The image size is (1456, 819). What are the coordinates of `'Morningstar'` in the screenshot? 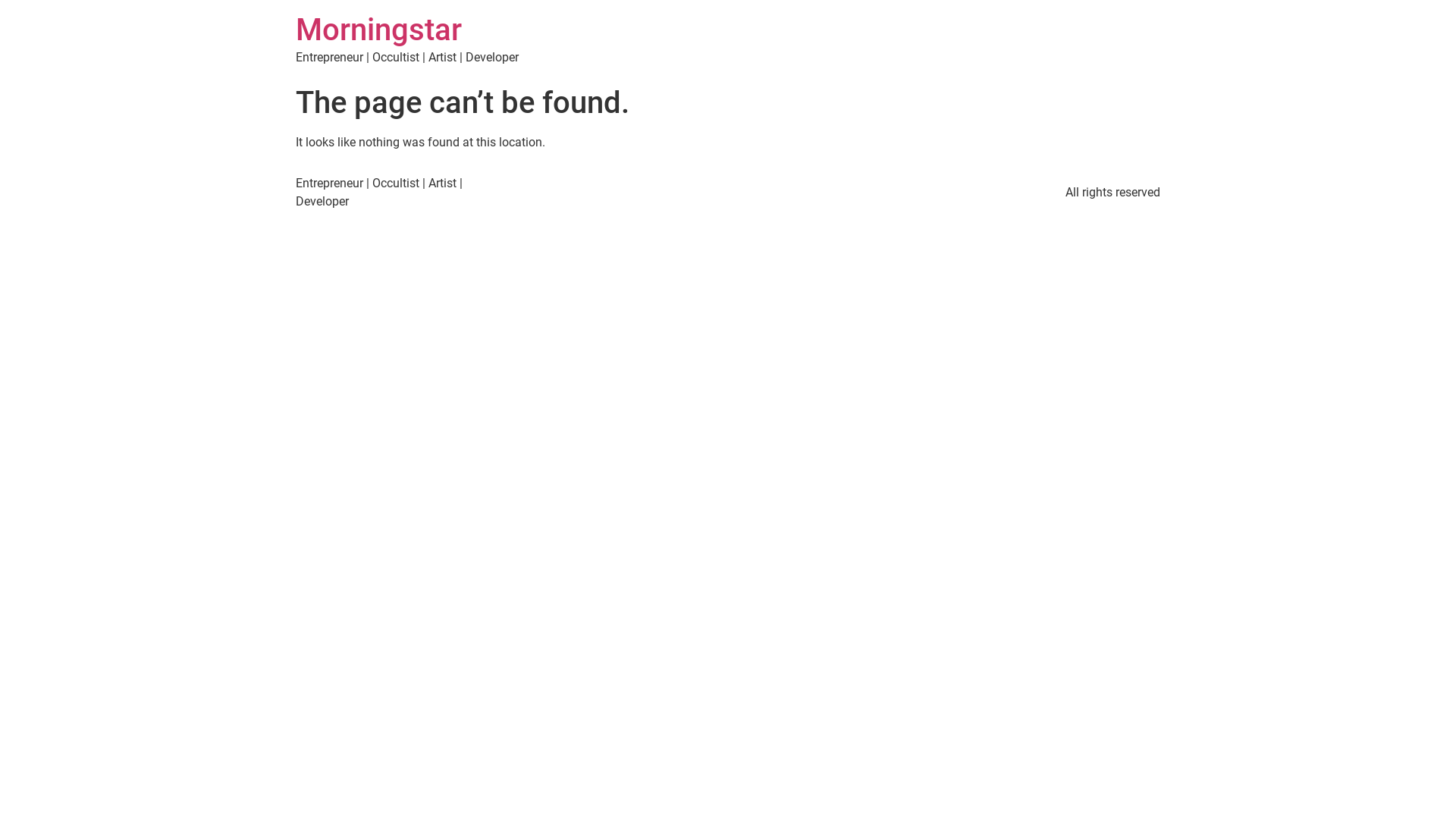 It's located at (378, 30).